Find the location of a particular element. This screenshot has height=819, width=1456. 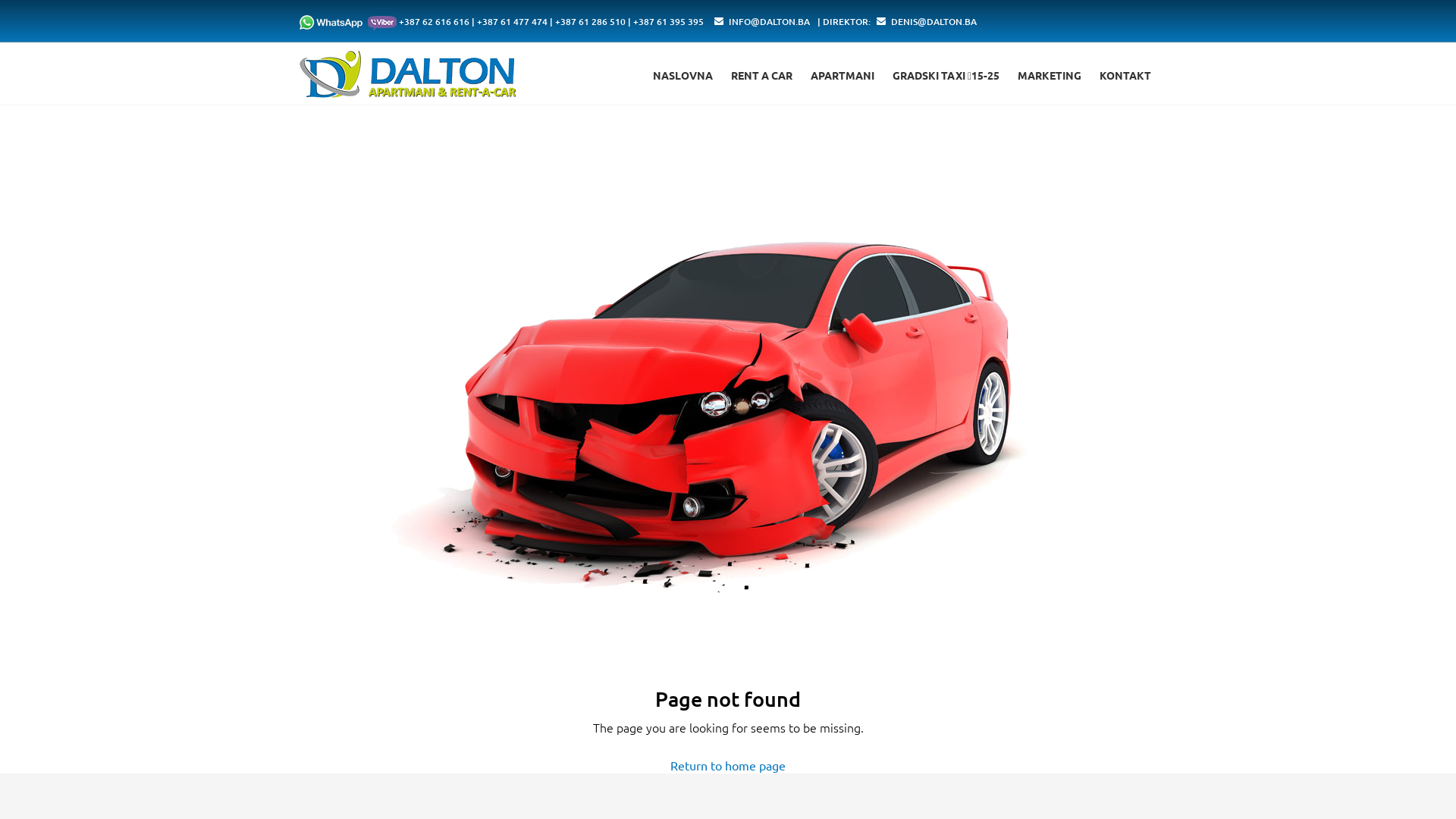

'+387 62 616 616' is located at coordinates (433, 21).